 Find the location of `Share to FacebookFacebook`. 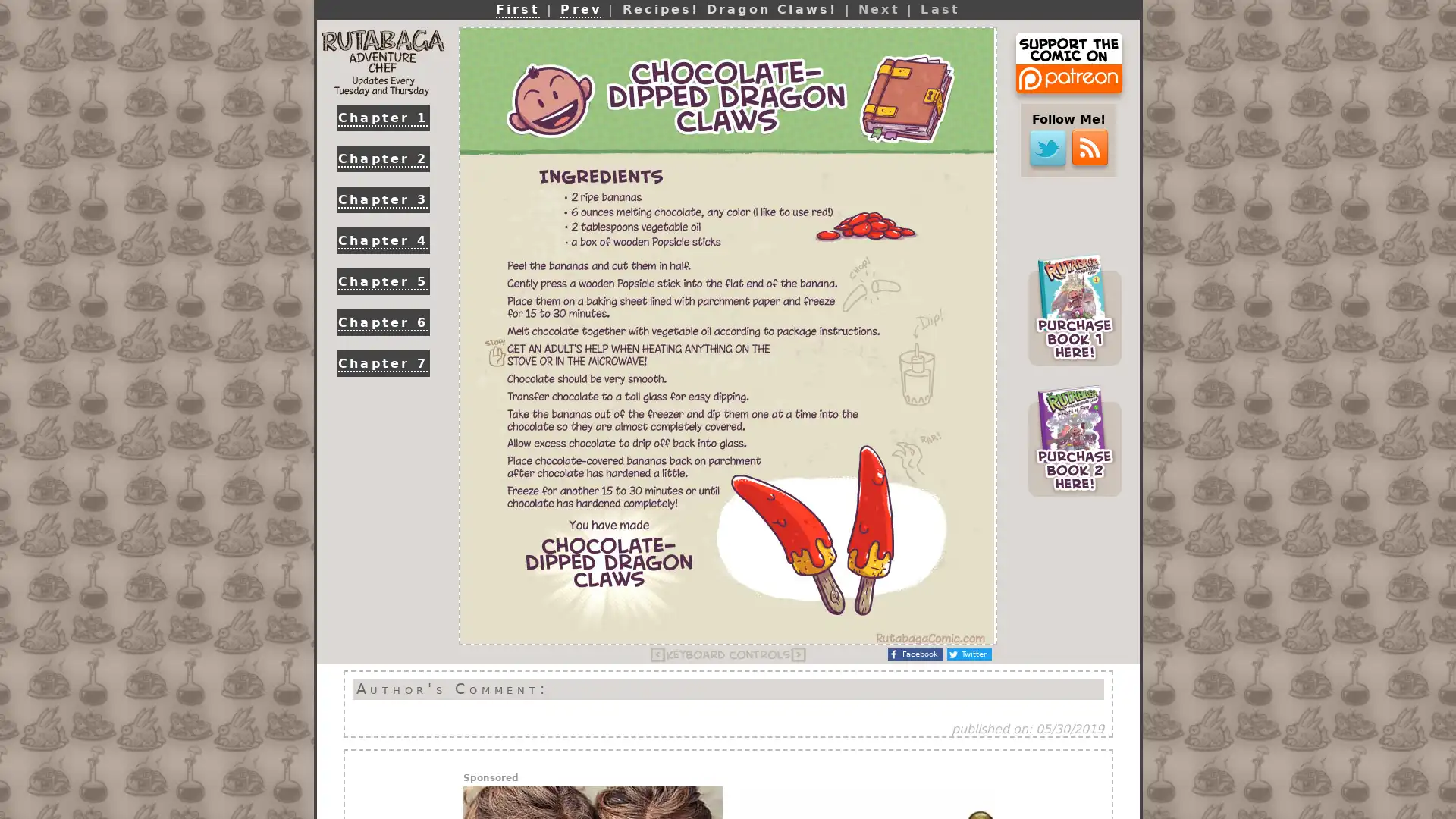

Share to FacebookFacebook is located at coordinates (915, 654).